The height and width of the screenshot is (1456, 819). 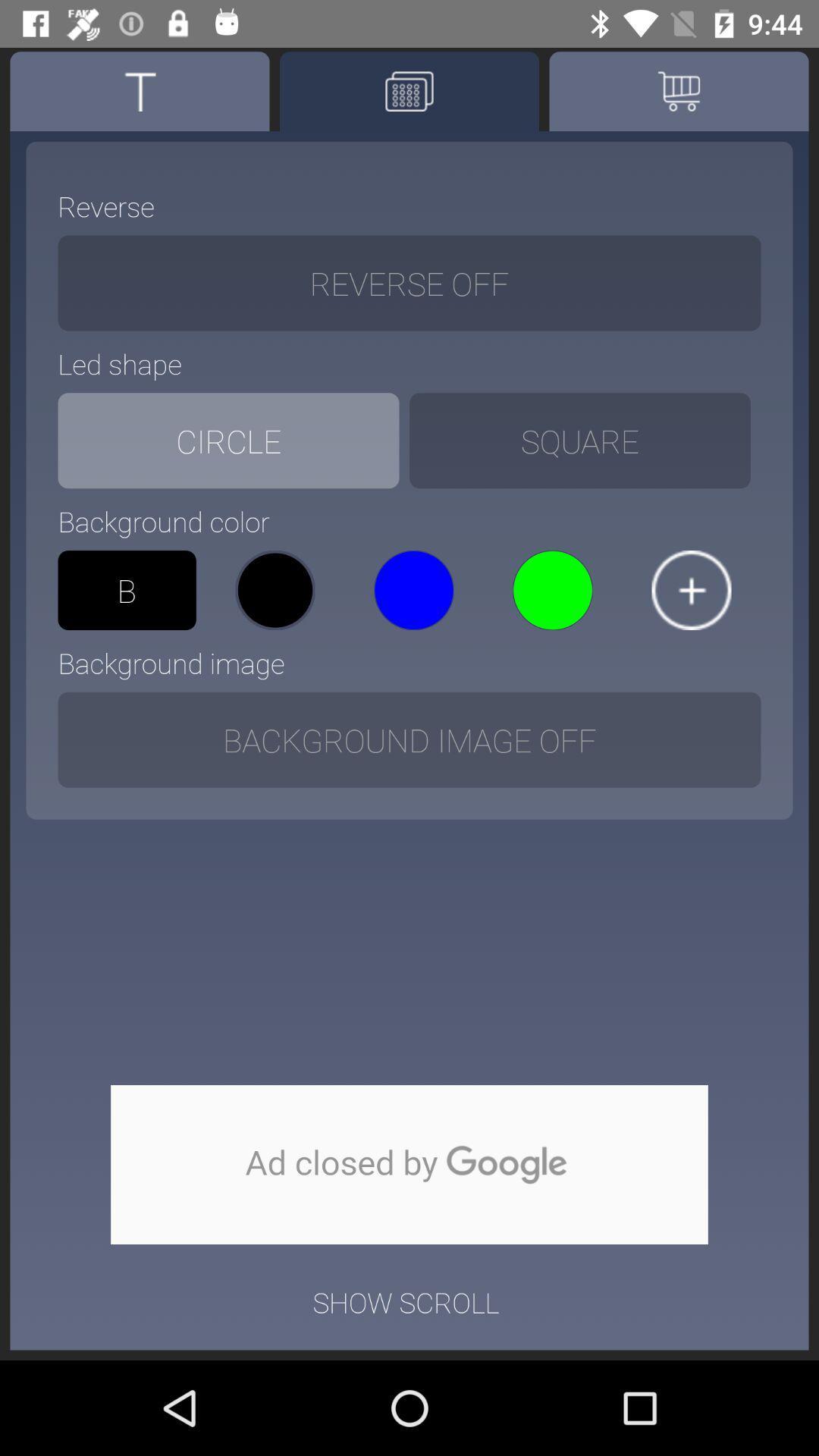 What do you see at coordinates (691, 589) in the screenshot?
I see `new color` at bounding box center [691, 589].